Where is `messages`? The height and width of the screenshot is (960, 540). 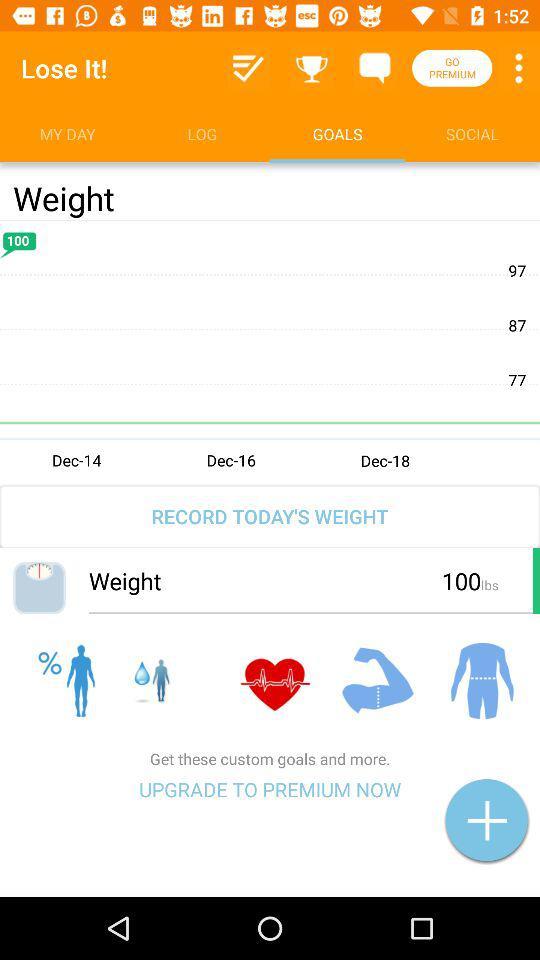
messages is located at coordinates (374, 68).